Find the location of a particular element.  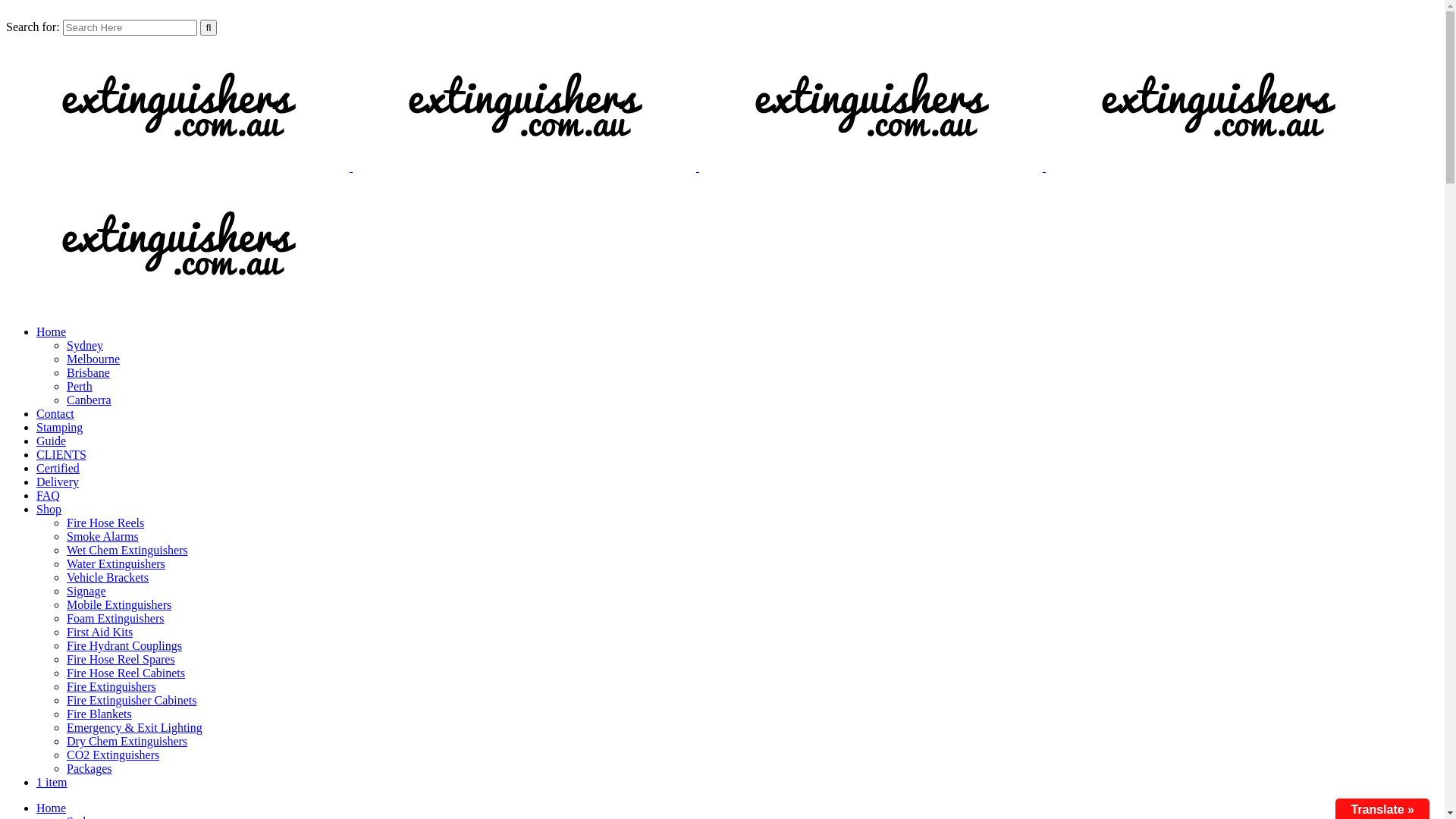

'Fire Hose Reels' is located at coordinates (65, 522).